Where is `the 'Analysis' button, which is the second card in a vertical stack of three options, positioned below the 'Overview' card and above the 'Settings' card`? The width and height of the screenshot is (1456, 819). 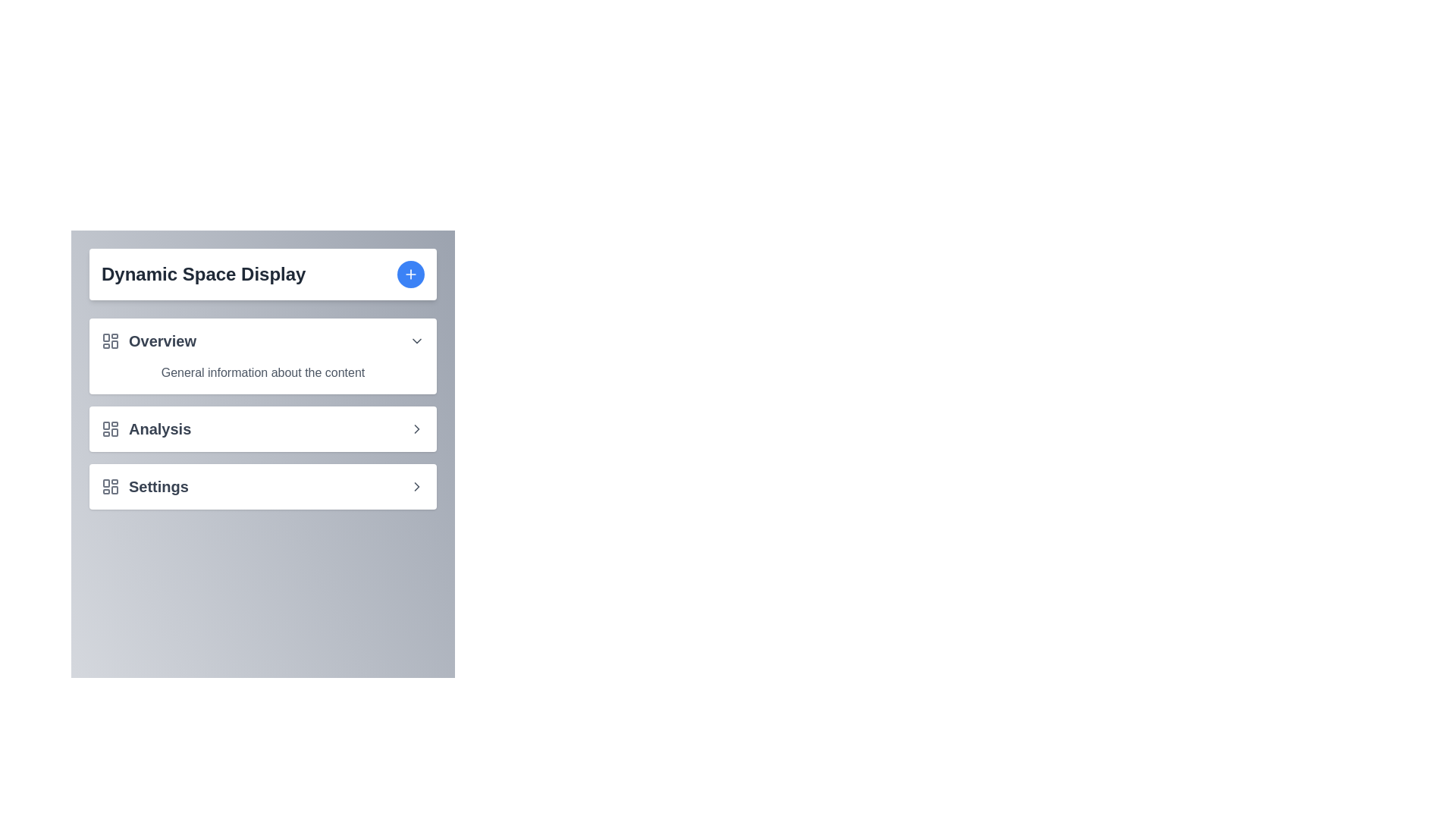
the 'Analysis' button, which is the second card in a vertical stack of three options, positioned below the 'Overview' card and above the 'Settings' card is located at coordinates (262, 429).